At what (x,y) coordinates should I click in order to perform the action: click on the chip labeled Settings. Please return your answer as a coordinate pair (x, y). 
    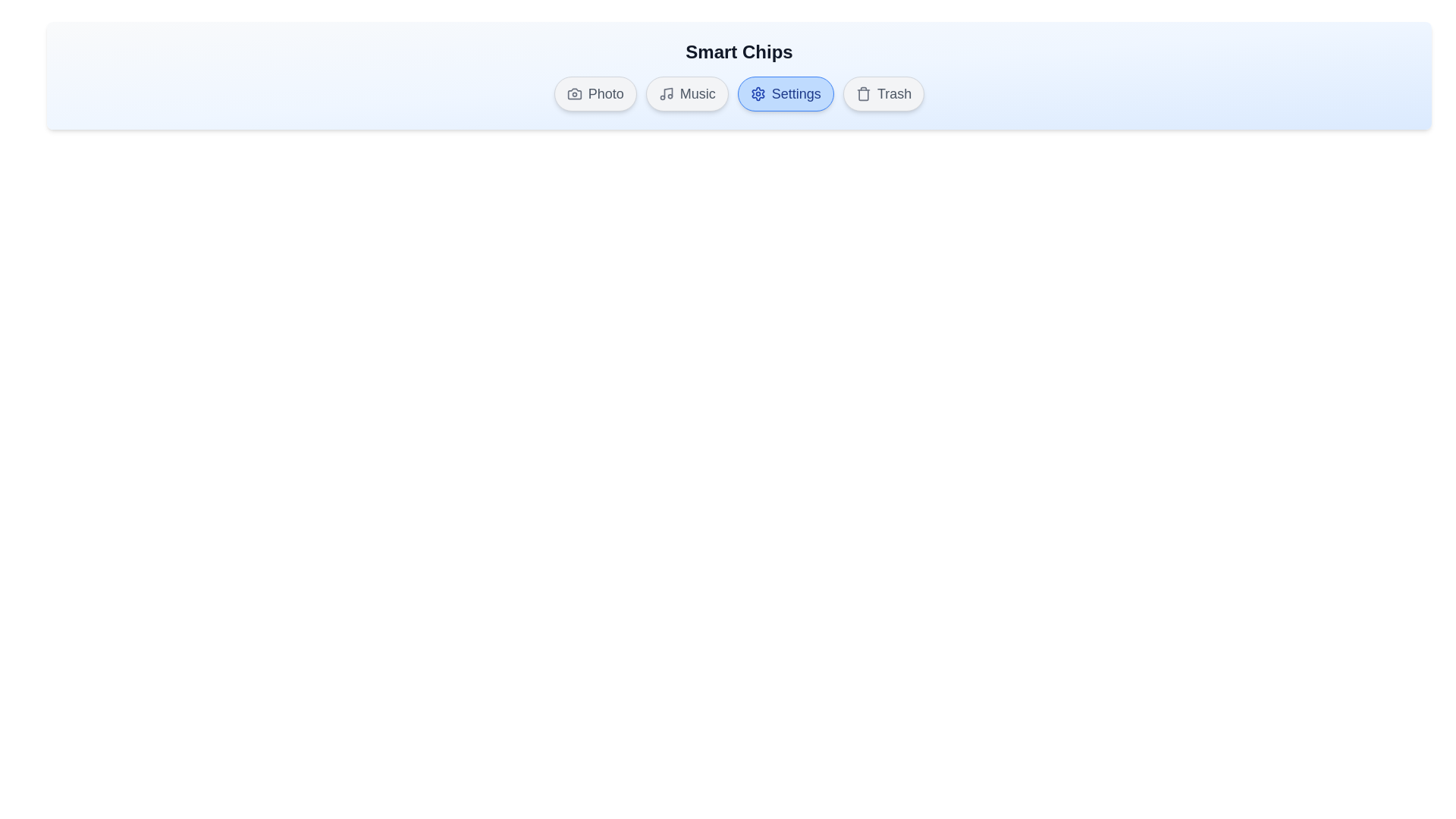
    Looking at the image, I should click on (786, 93).